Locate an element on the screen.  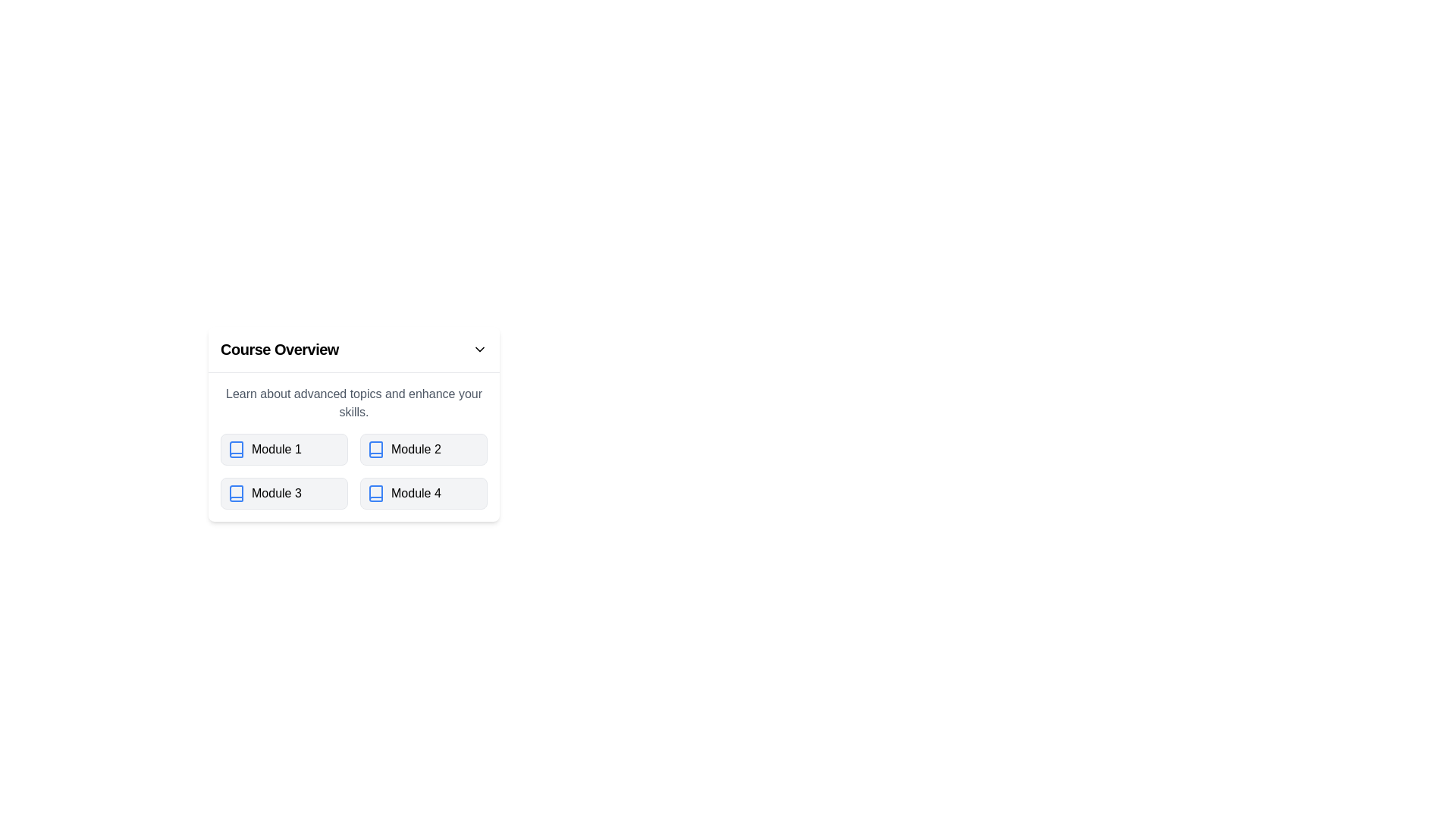
the text label indicating the third module in the learning sequence, located in the lower-left quadrant of the module selection area is located at coordinates (276, 494).